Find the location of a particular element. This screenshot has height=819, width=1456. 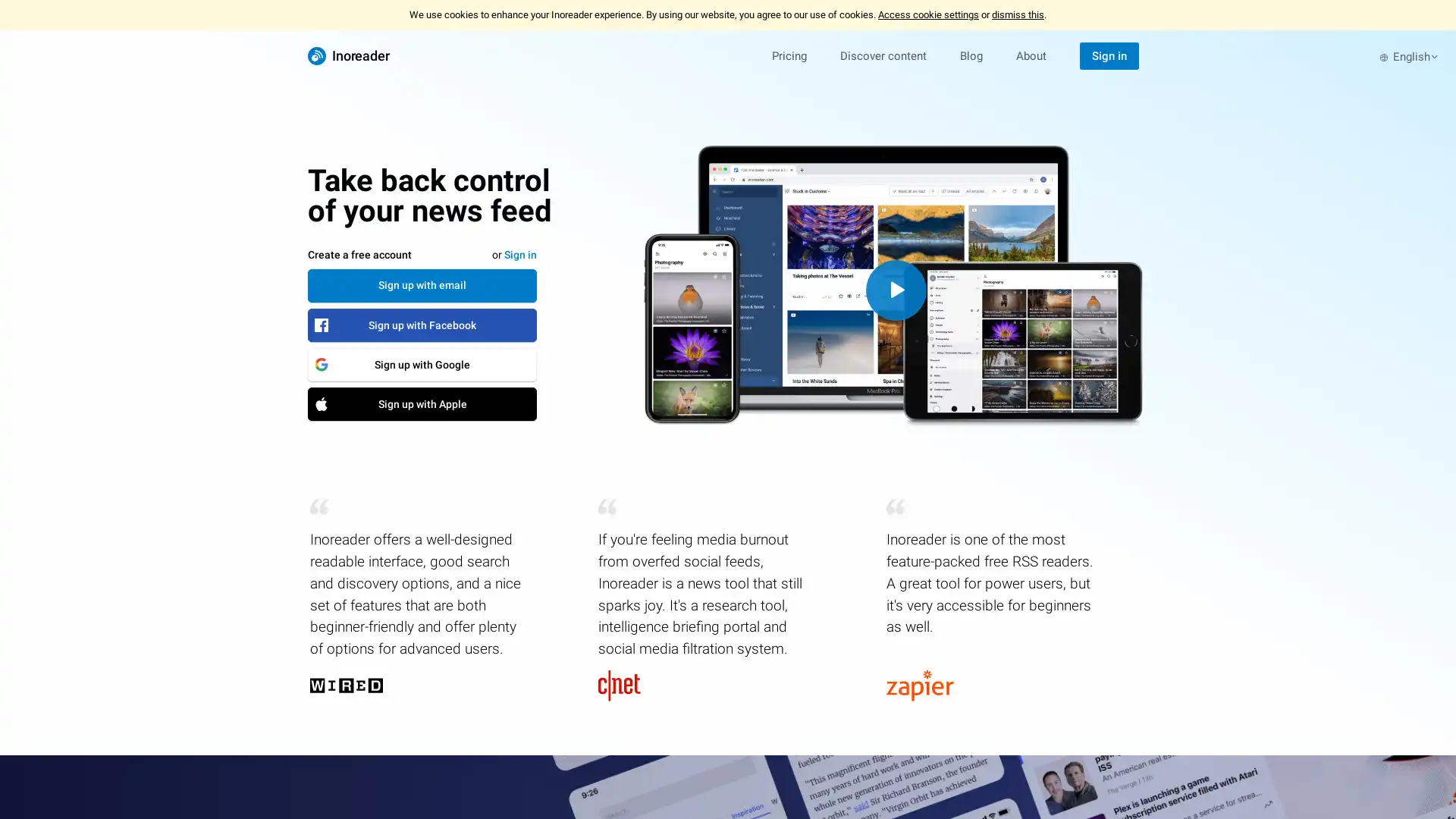

Sign up with Google is located at coordinates (422, 363).